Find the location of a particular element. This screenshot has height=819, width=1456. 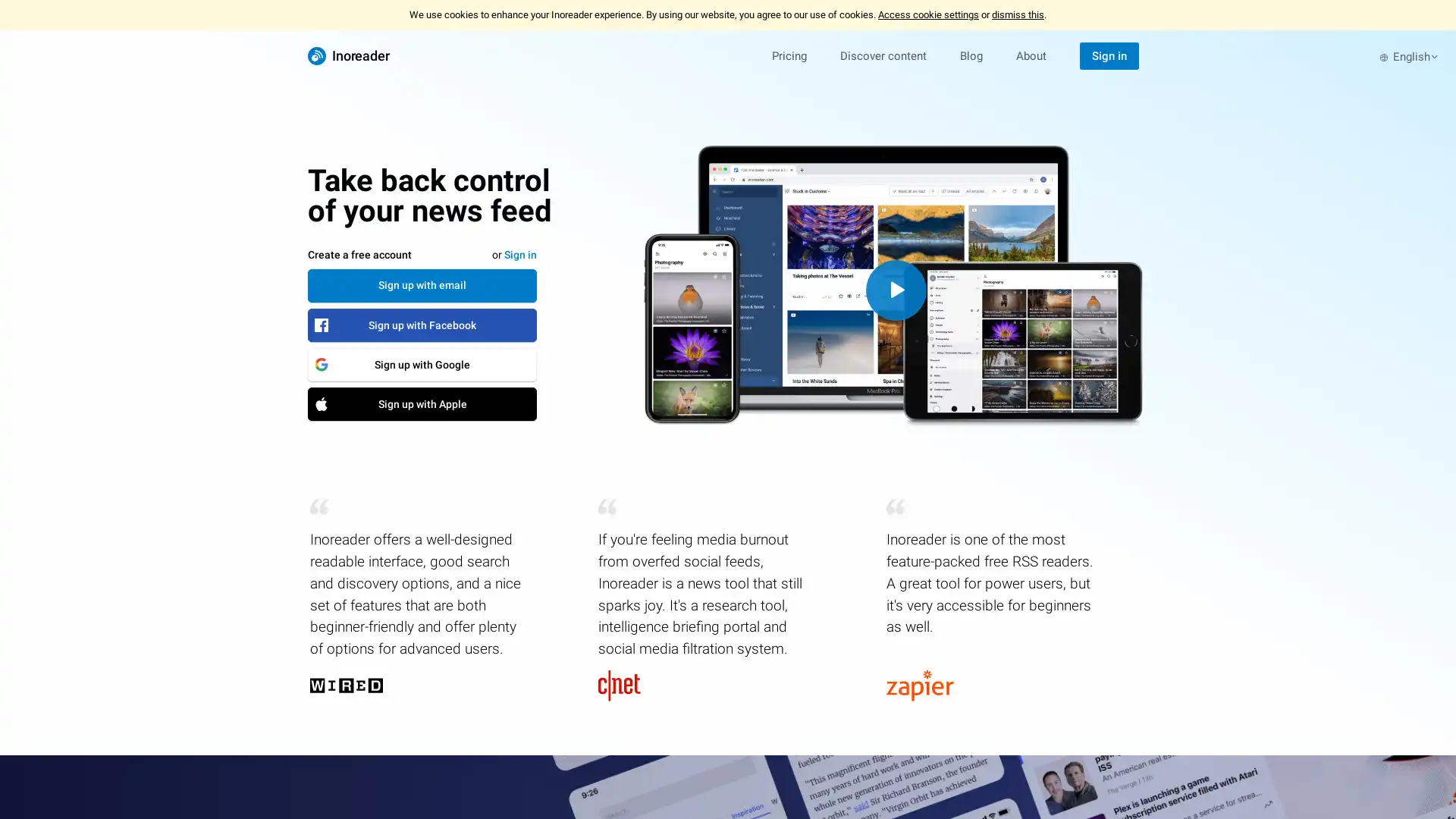

Sign up with Google is located at coordinates (422, 363).